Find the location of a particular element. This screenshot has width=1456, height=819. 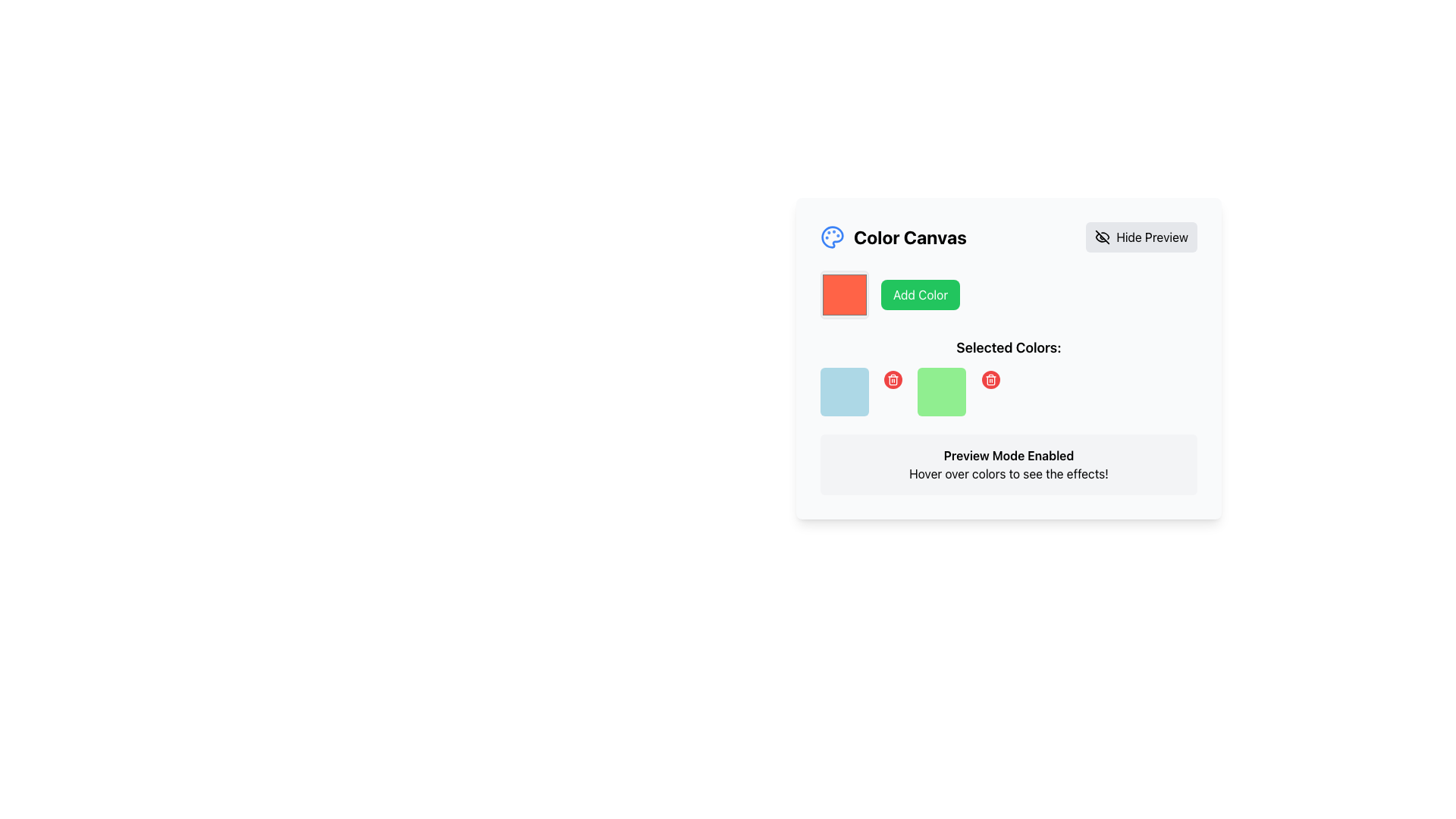

the color display block, which is the second item in the second row of the grid layout in the 'Selected Colors' section is located at coordinates (959, 391).